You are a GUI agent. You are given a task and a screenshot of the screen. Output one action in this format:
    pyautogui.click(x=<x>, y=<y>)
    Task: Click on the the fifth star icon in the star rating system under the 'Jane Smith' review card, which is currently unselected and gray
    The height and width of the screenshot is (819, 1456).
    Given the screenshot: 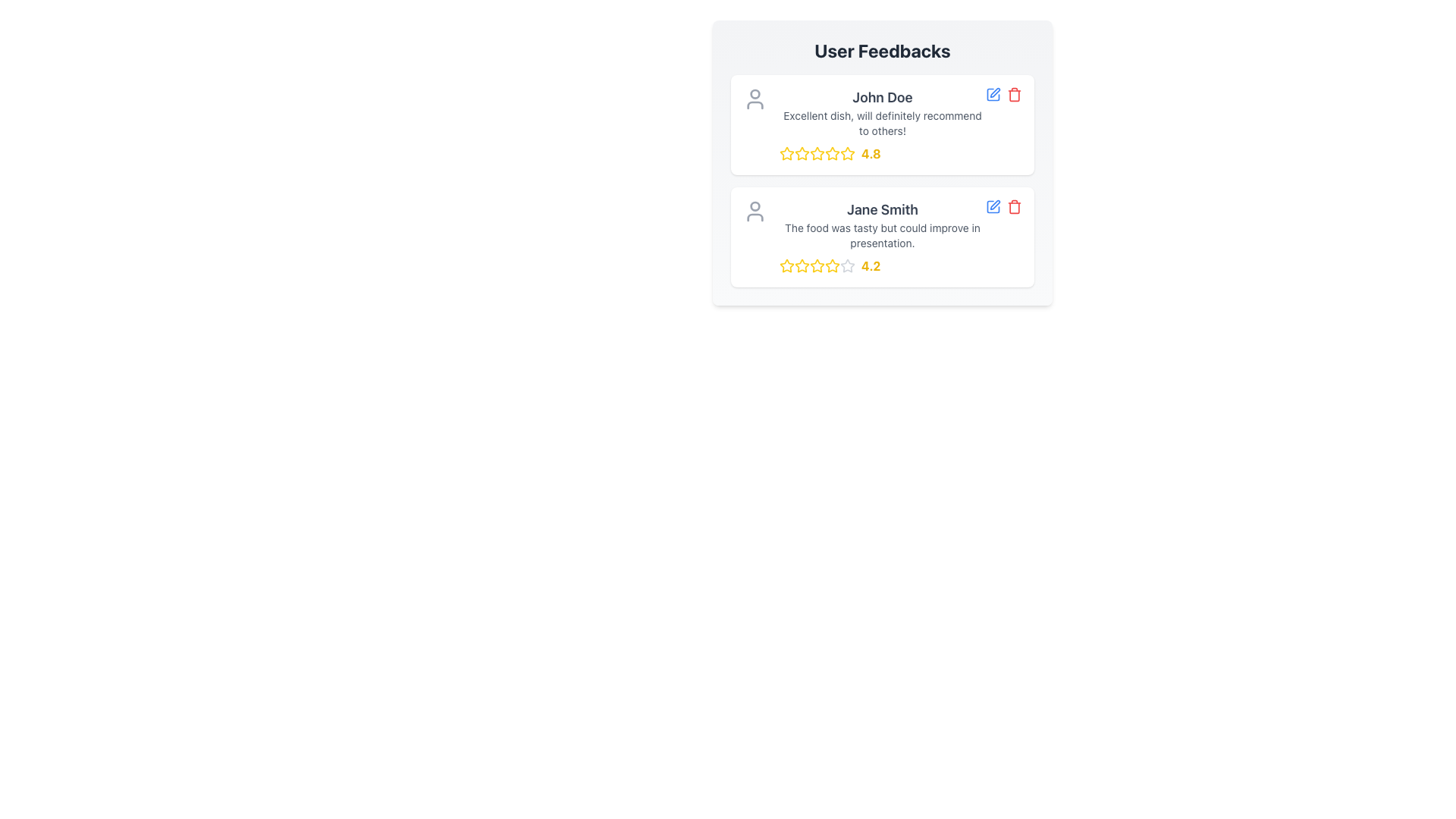 What is the action you would take?
    pyautogui.click(x=847, y=265)
    